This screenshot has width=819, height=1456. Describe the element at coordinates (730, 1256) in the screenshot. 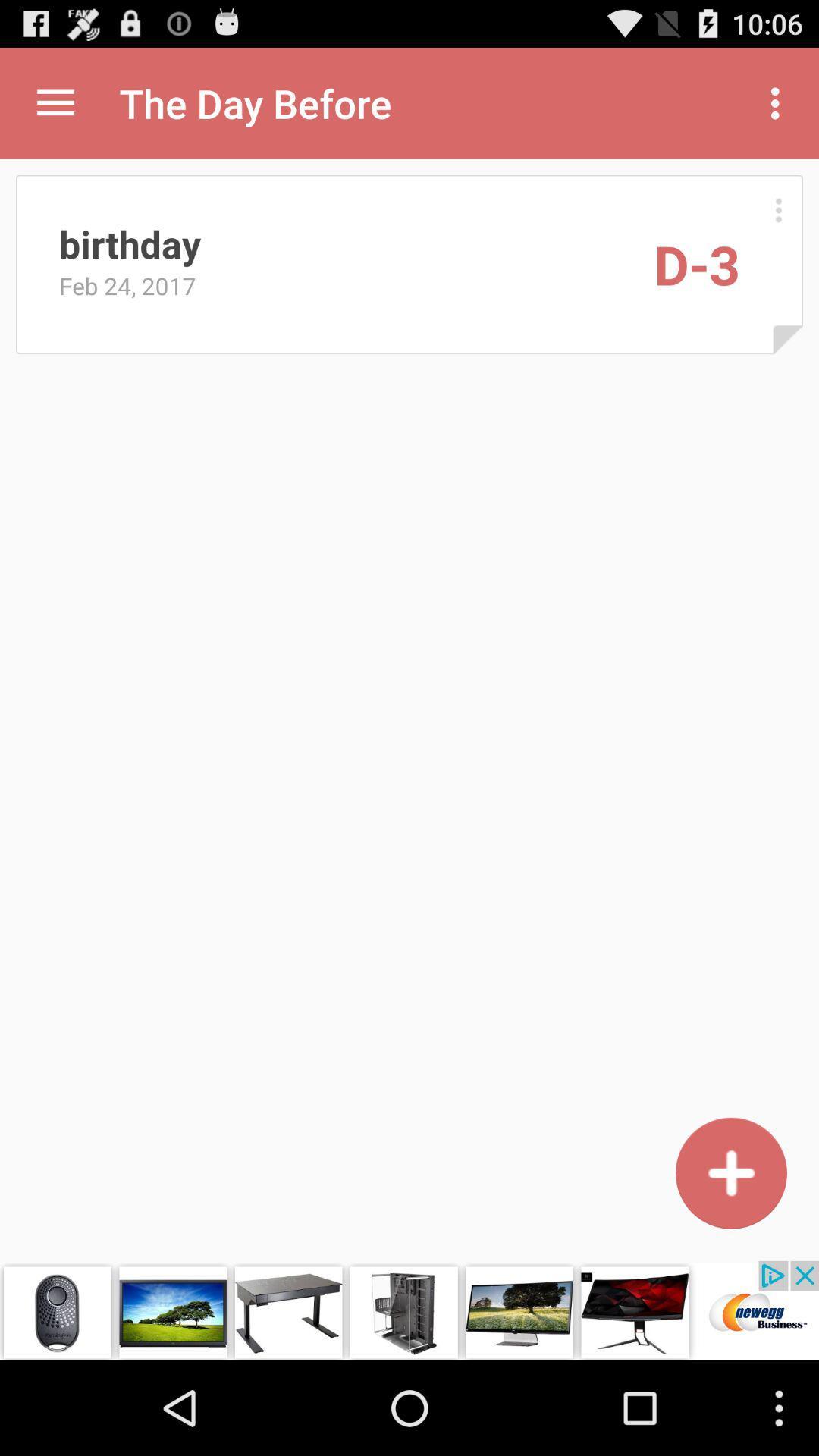

I see `the add icon` at that location.